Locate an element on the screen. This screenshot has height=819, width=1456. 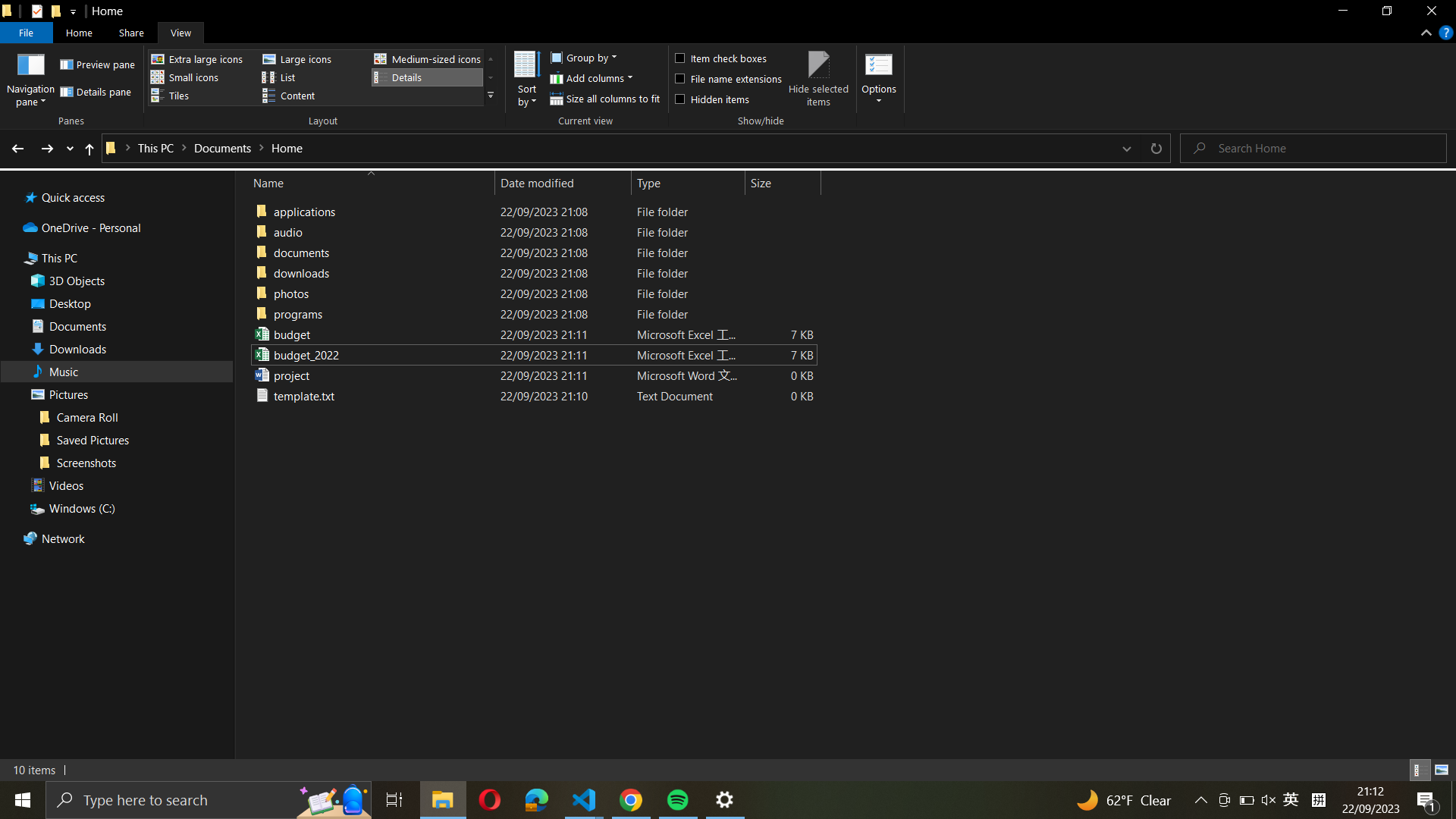
Shut down the current window with help of "close_window" button is located at coordinates (1430, 13).